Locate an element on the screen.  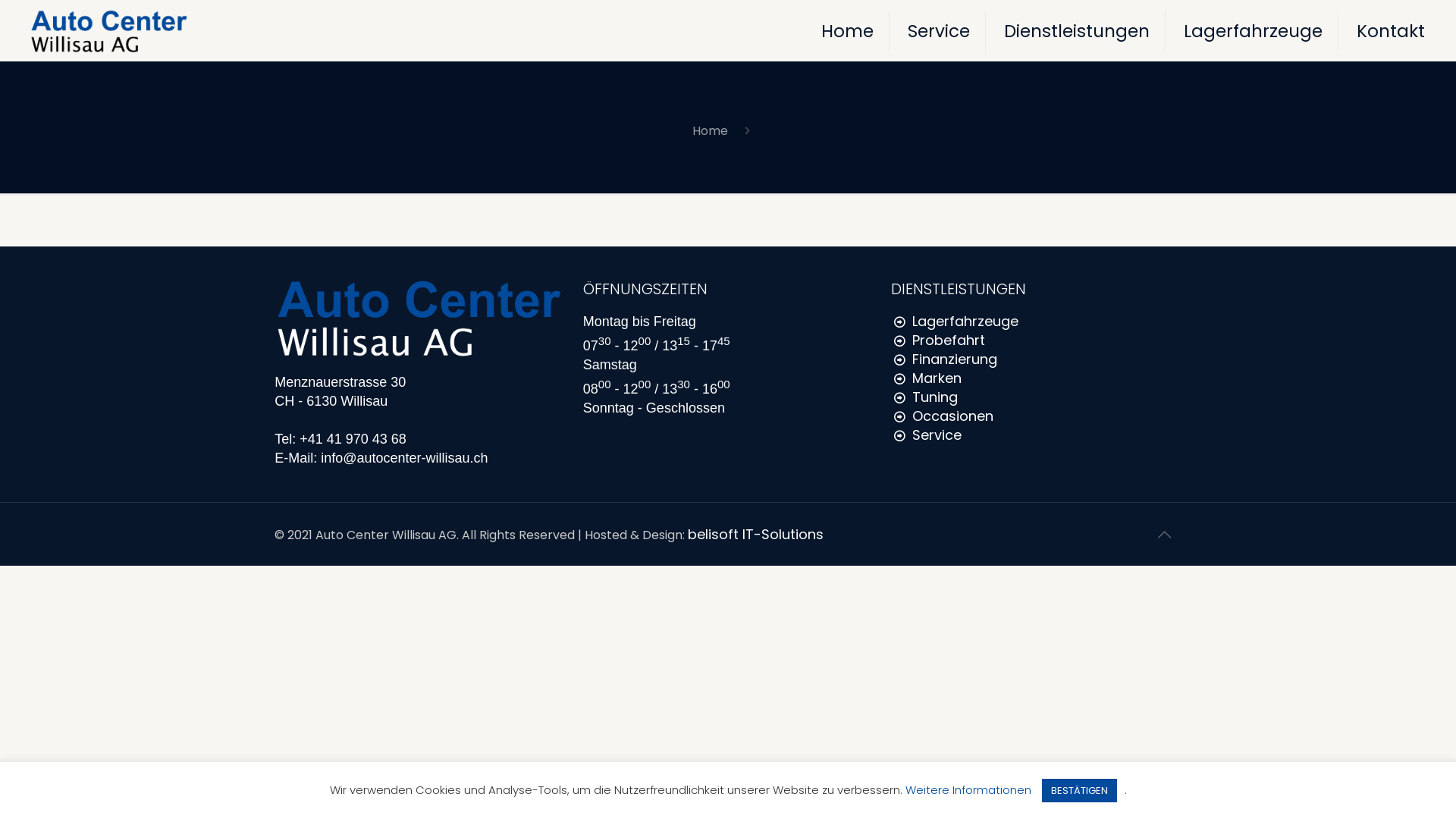
'info@autocenter-willisau.ch' is located at coordinates (403, 457).